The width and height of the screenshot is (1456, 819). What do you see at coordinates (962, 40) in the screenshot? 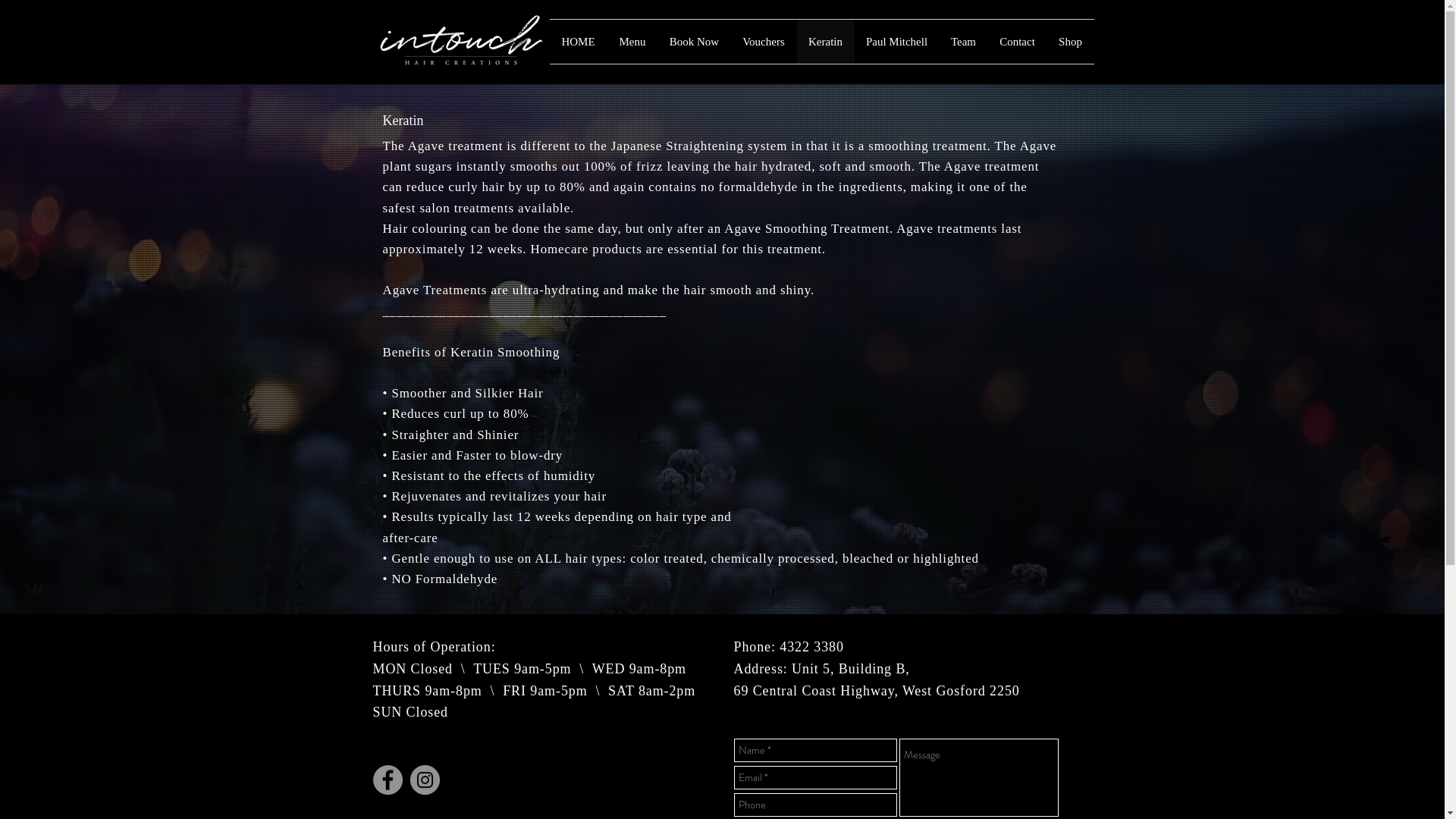
I see `'Team'` at bounding box center [962, 40].